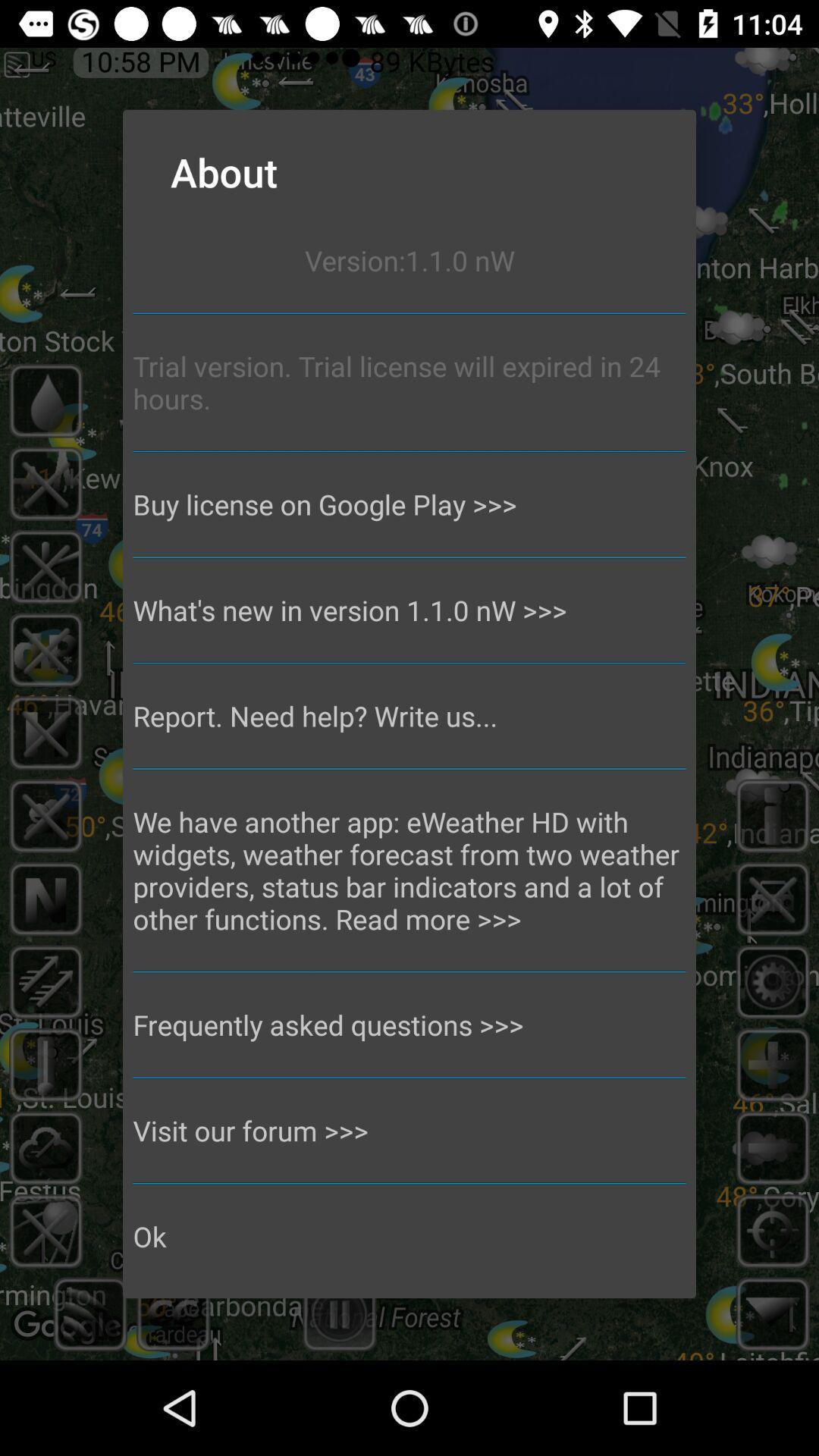  What do you see at coordinates (409, 870) in the screenshot?
I see `we have another item` at bounding box center [409, 870].